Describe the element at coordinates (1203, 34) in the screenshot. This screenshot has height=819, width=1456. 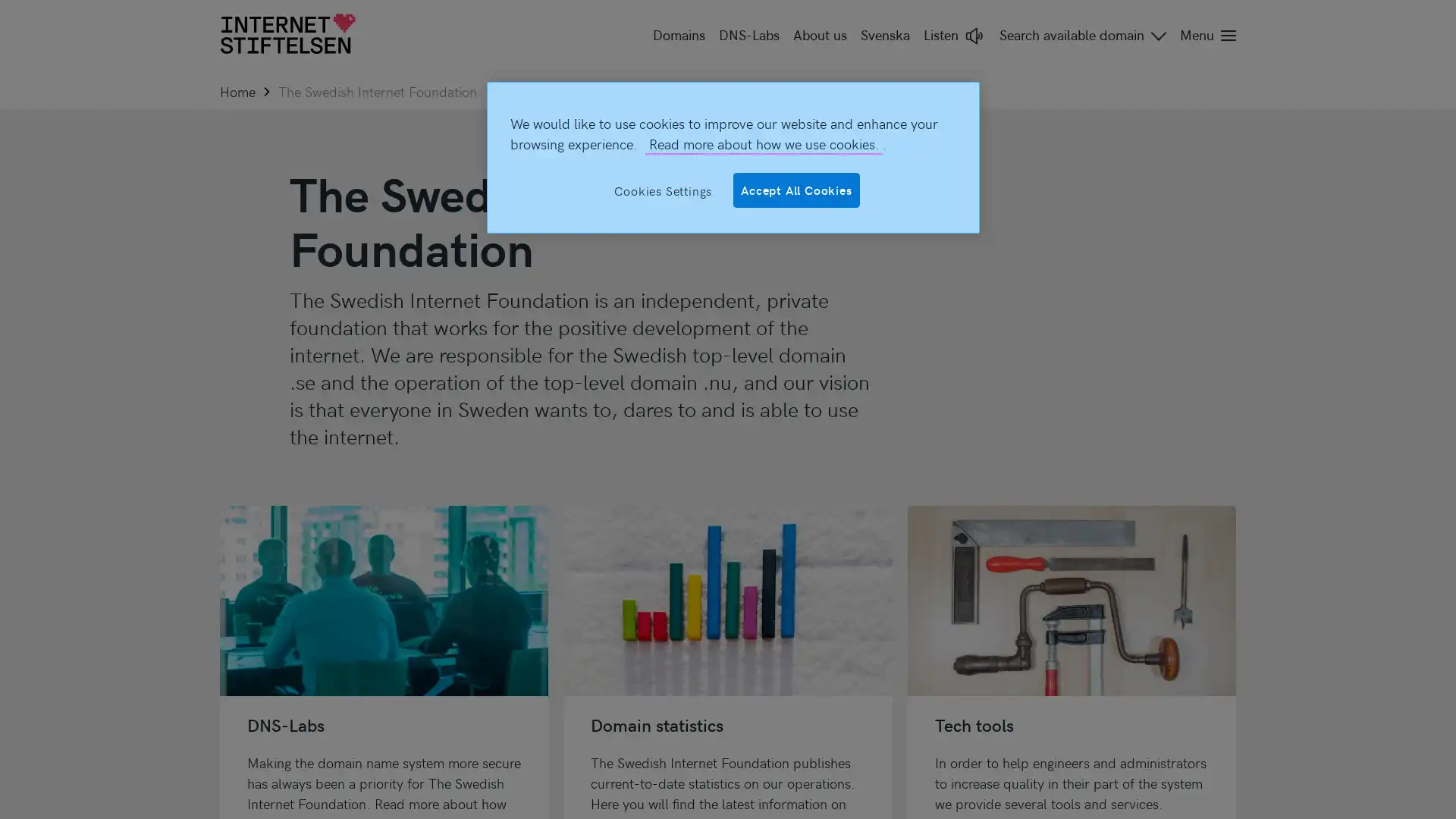
I see `Menu` at that location.